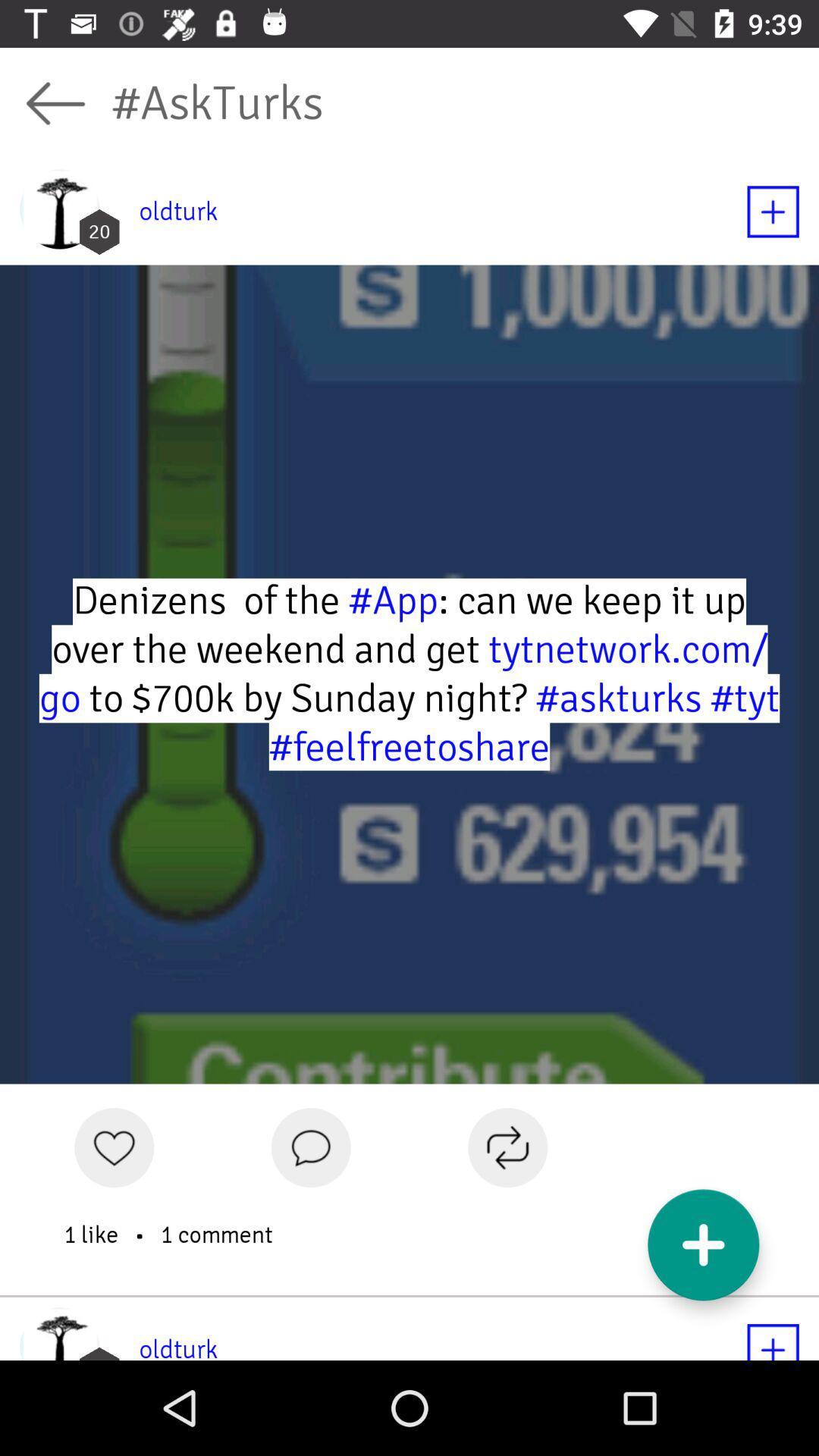 The image size is (819, 1456). What do you see at coordinates (703, 1244) in the screenshot?
I see `the add icon` at bounding box center [703, 1244].